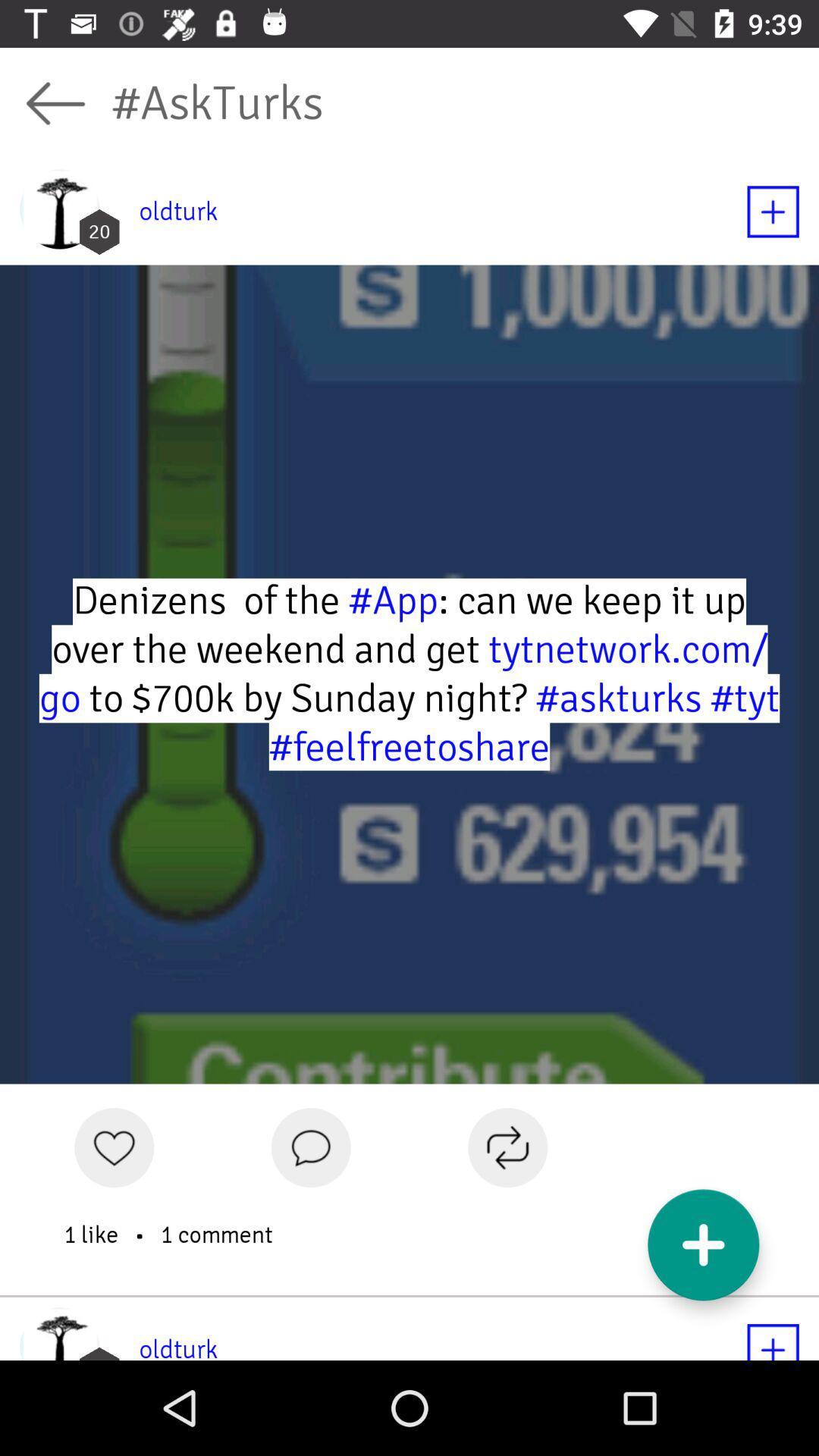 The image size is (819, 1456). What do you see at coordinates (703, 1244) in the screenshot?
I see `the add icon` at bounding box center [703, 1244].